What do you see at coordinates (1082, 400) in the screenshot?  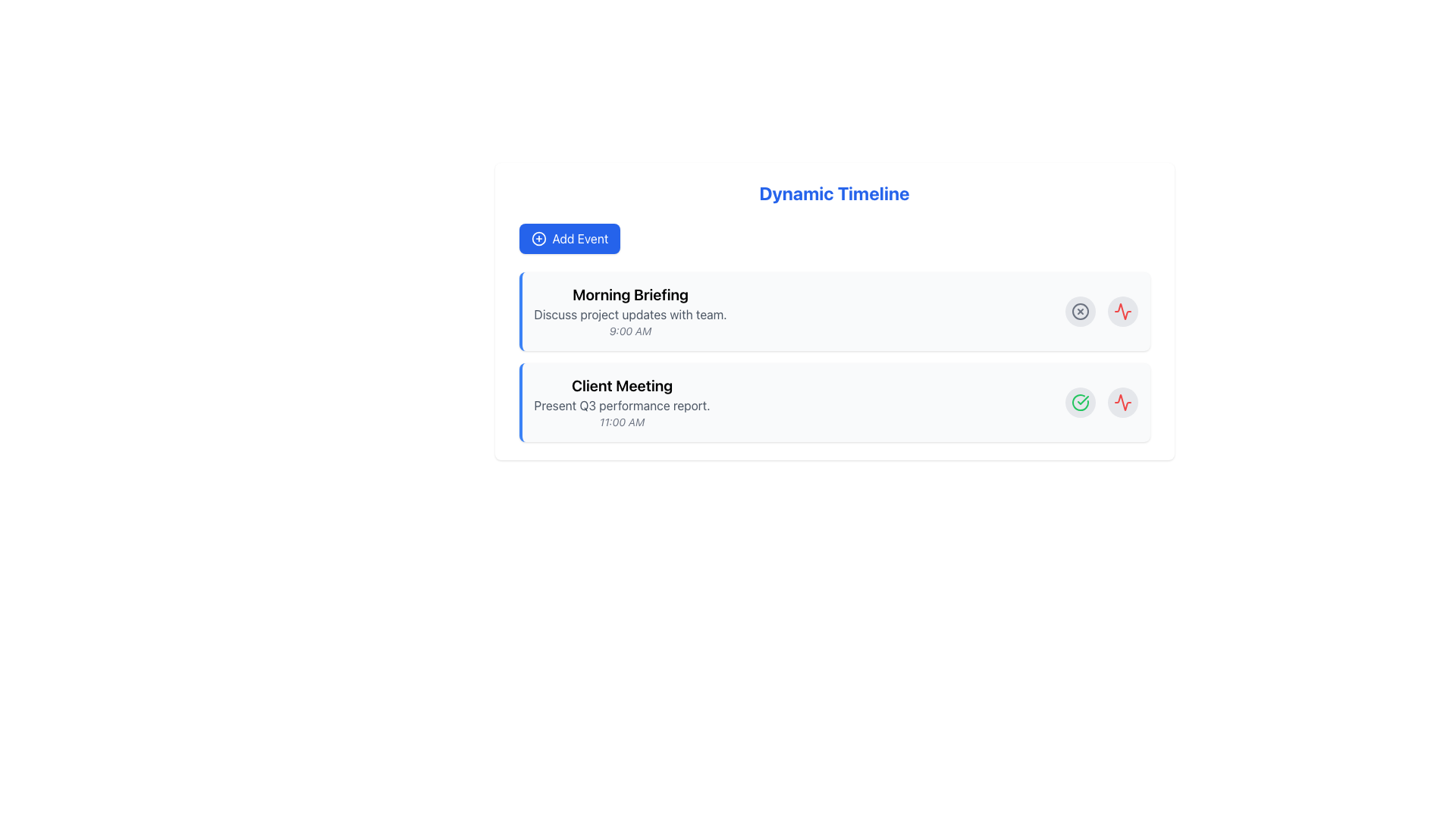 I see `the circular icon that signifies a completed state associated with the 'Client Meeting' card located on the far right of the event card in the displayed timeline` at bounding box center [1082, 400].